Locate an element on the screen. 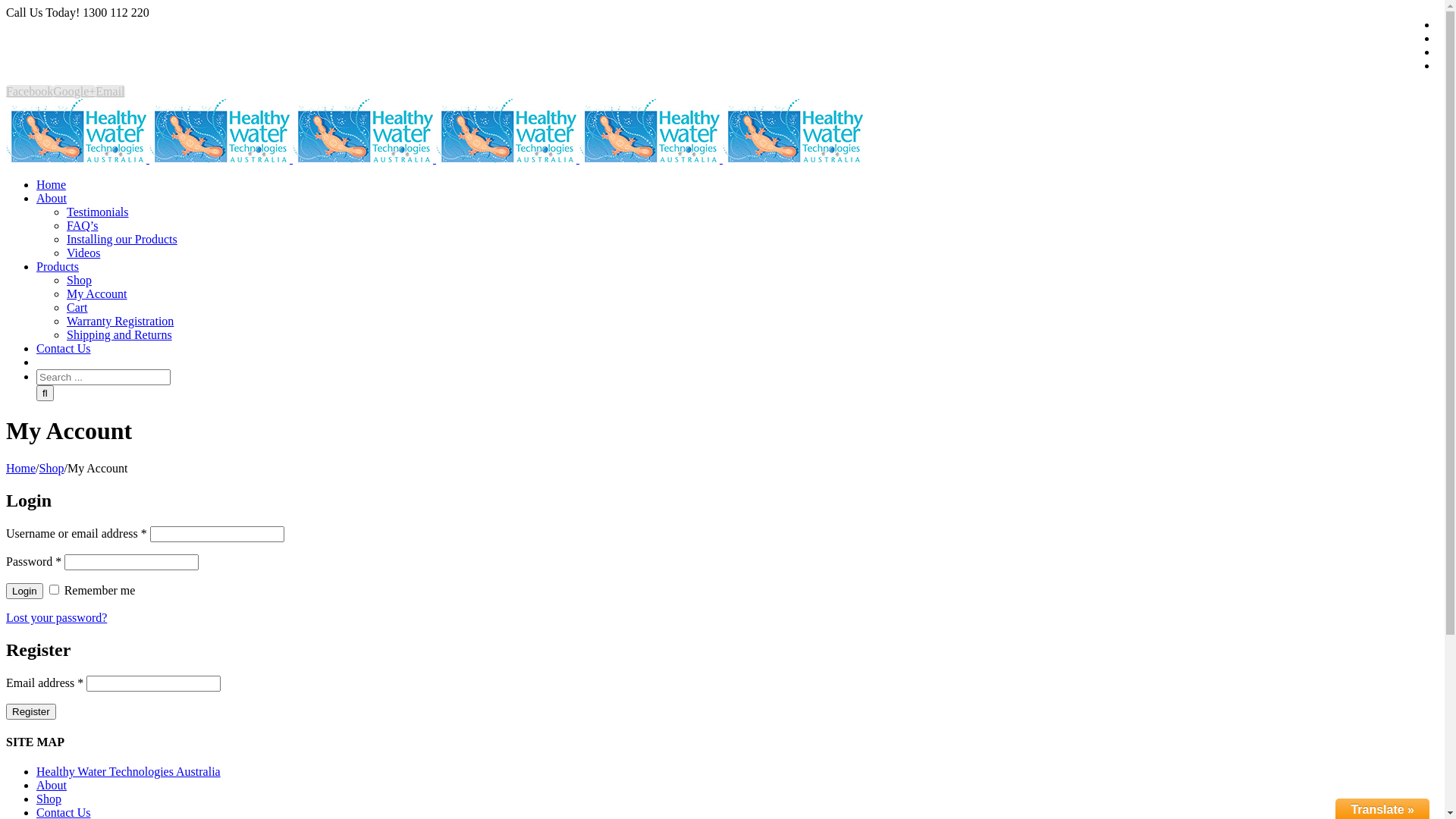  'Testimonials' is located at coordinates (97, 212).